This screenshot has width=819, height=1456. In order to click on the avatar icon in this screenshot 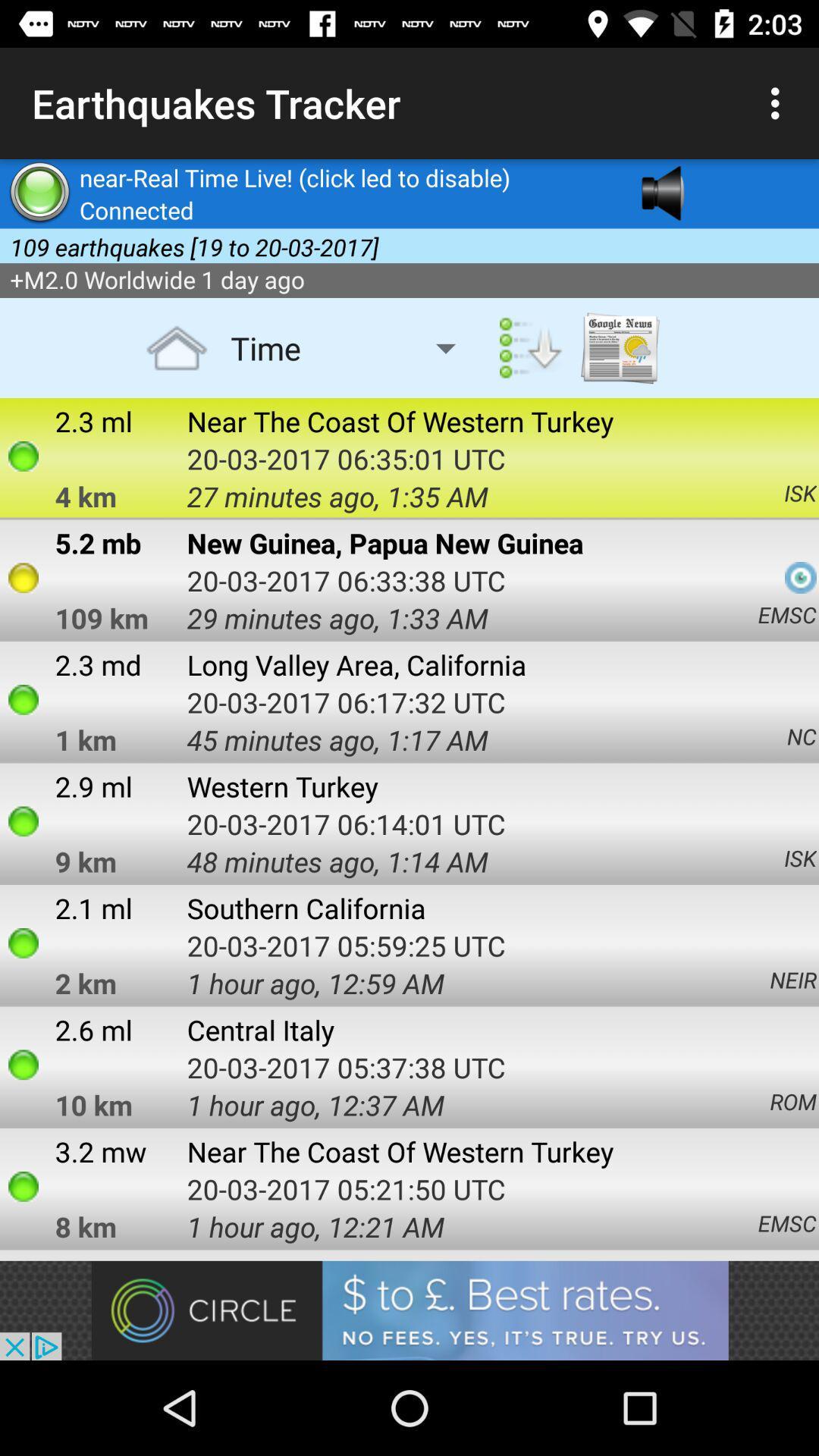, I will do `click(662, 192)`.